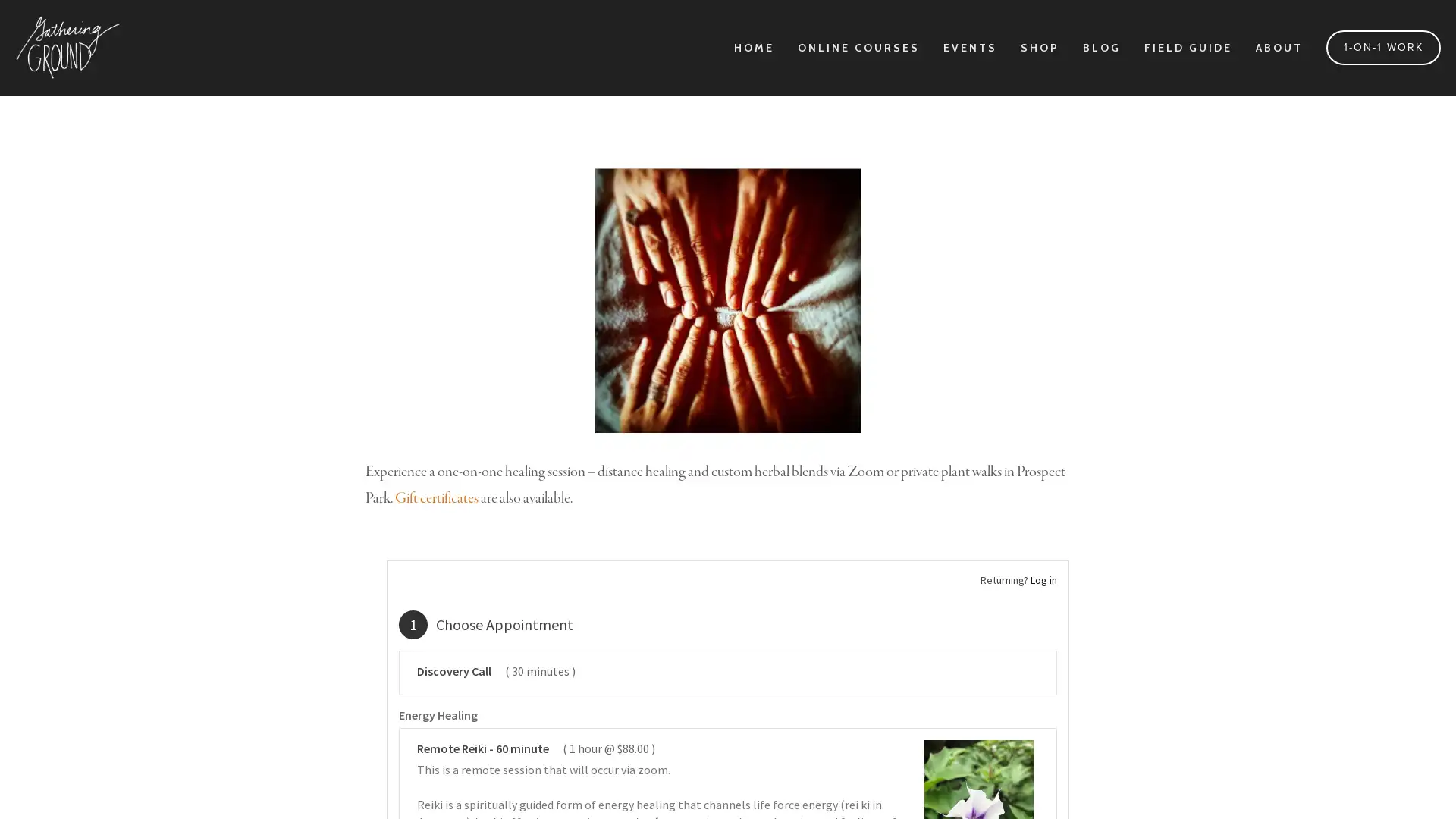 This screenshot has height=819, width=1456. Describe the element at coordinates (952, 82) in the screenshot. I see `Close` at that location.